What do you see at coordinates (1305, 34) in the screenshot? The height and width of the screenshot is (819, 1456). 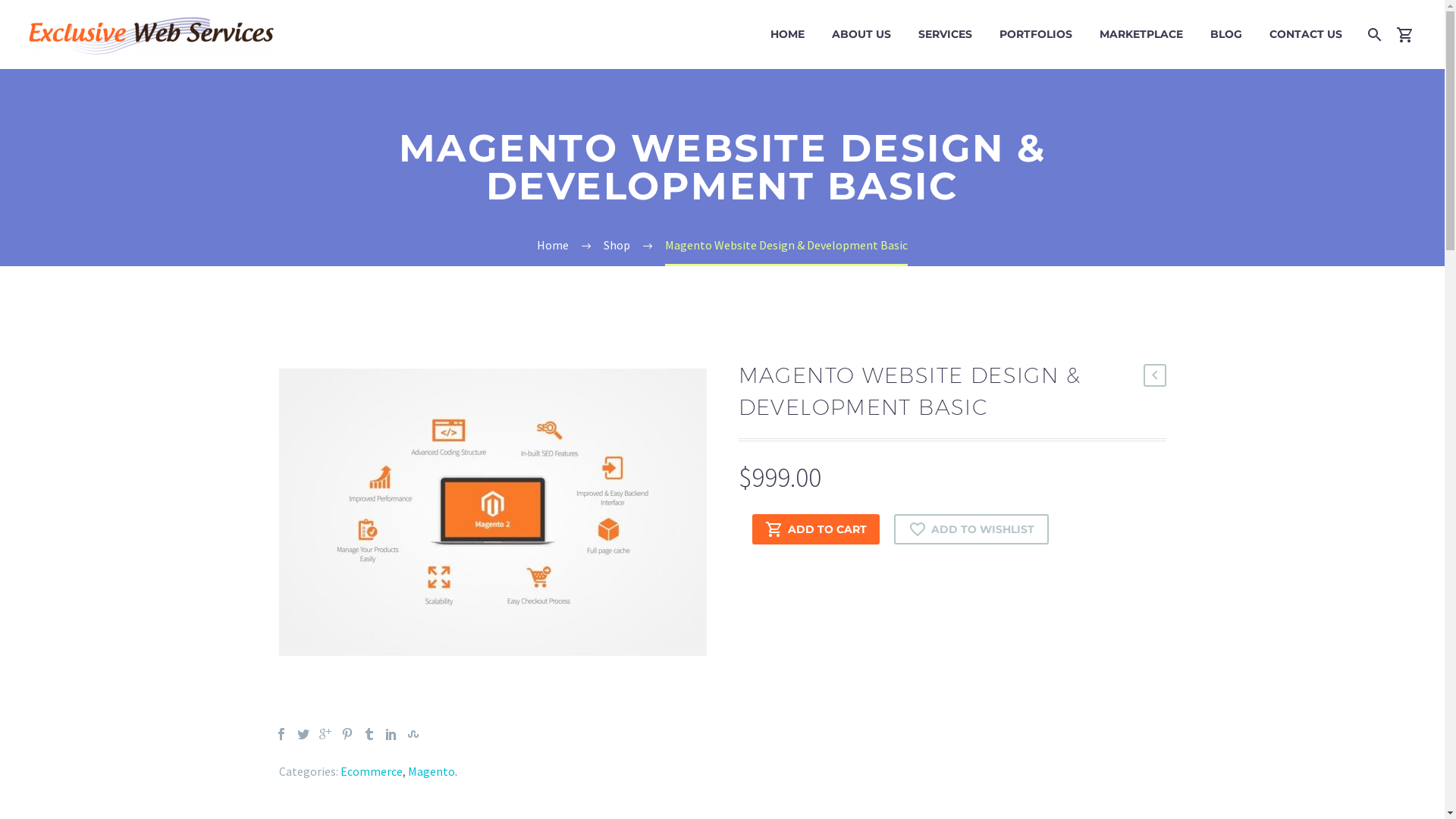 I see `'CONTACT US'` at bounding box center [1305, 34].